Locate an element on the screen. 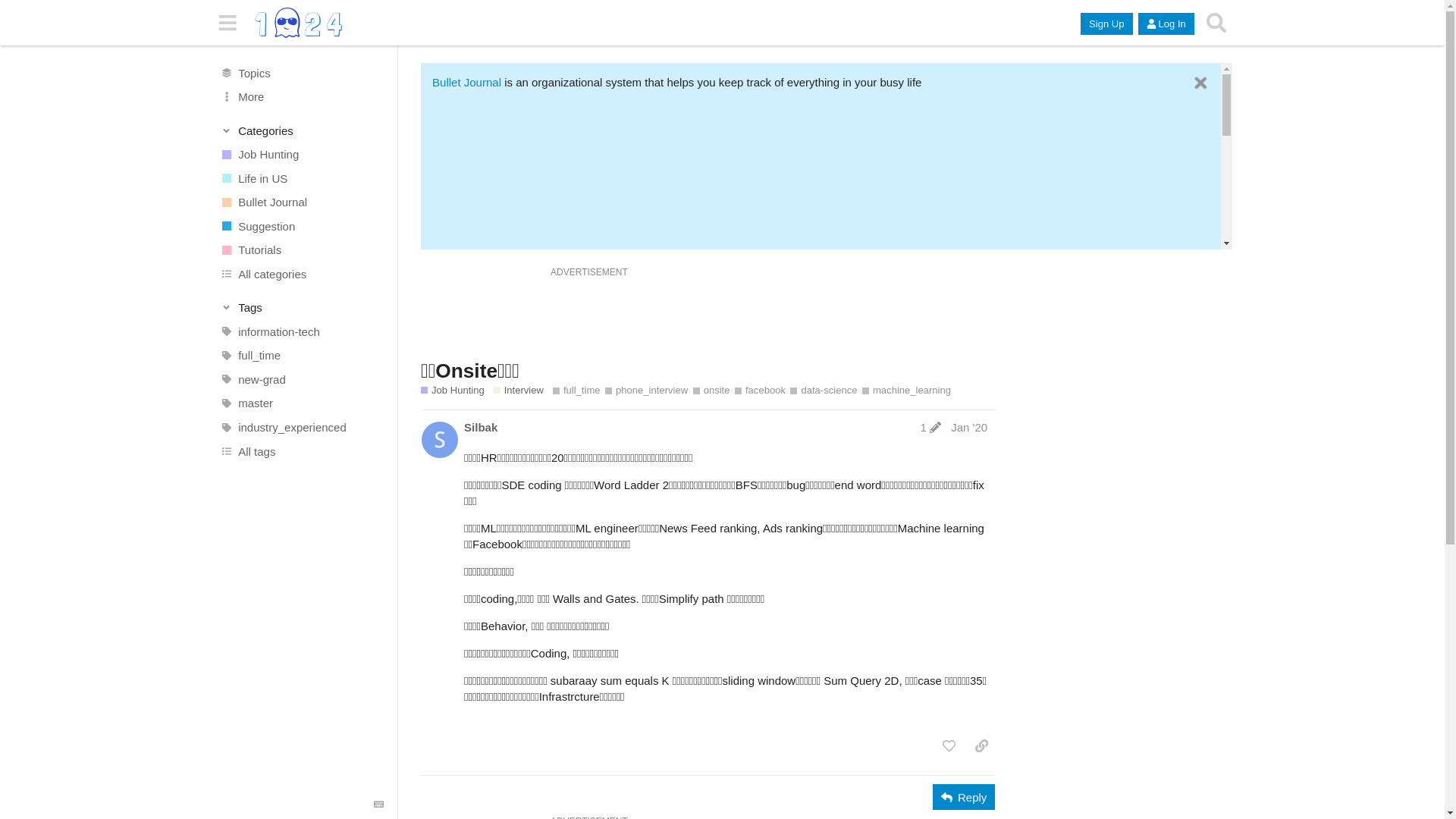  '1' is located at coordinates (930, 427).